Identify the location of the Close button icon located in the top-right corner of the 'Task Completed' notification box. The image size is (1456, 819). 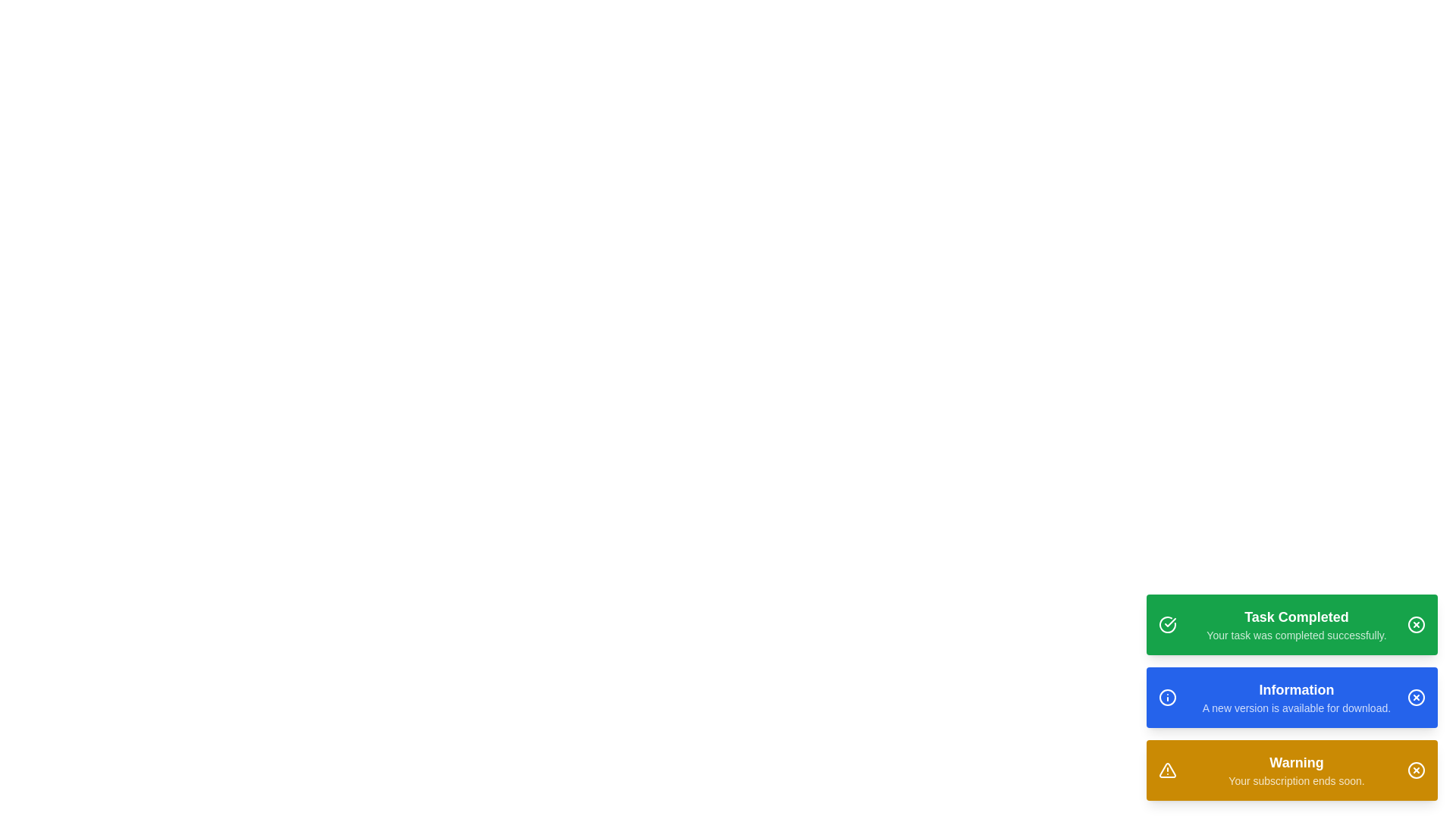
(1415, 625).